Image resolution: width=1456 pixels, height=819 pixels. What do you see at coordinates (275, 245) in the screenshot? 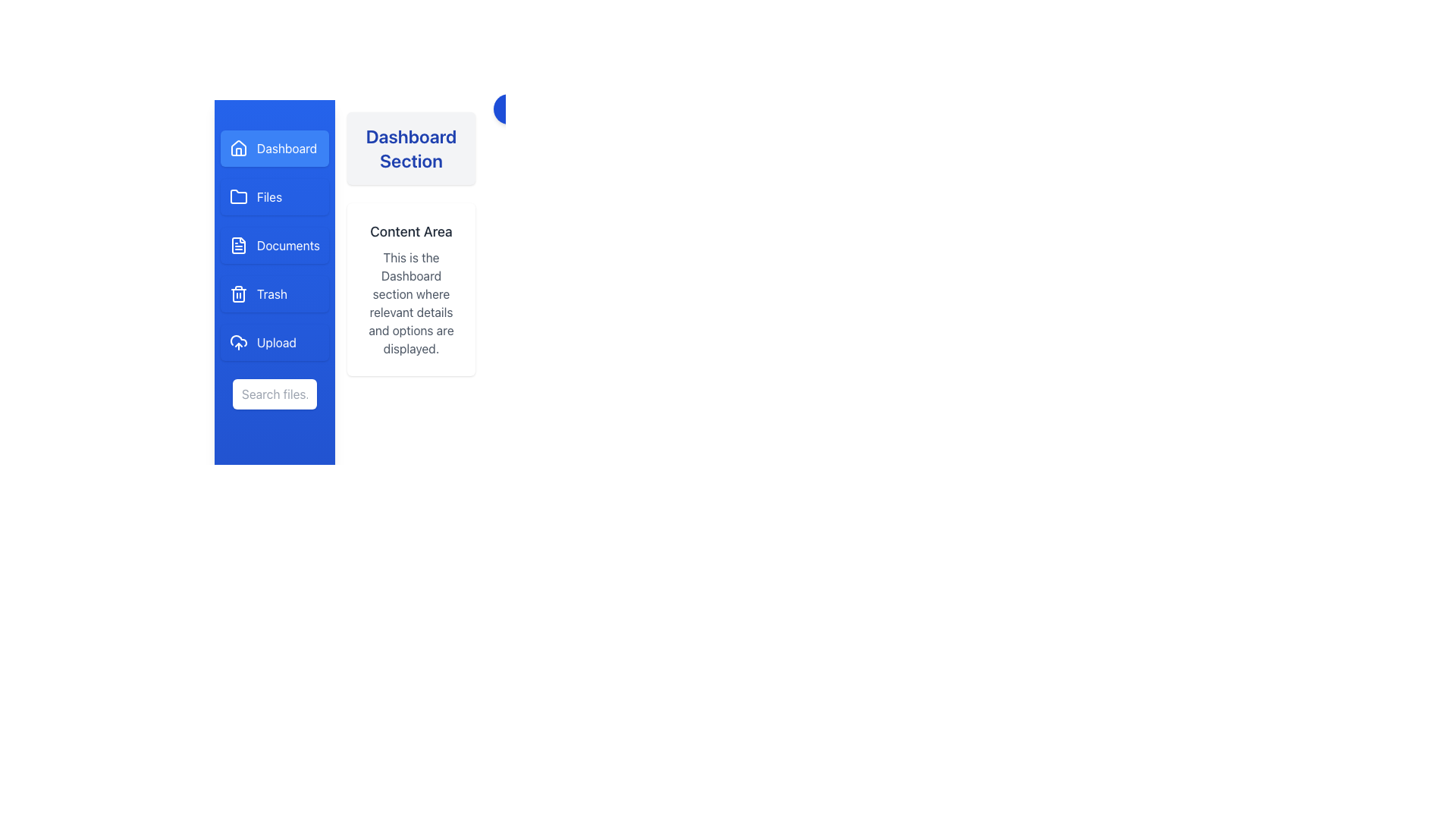
I see `the 'Documents' navigation button located in the left sidebar, which is the third button in the vertical list between 'Files' and 'Trash'` at bounding box center [275, 245].